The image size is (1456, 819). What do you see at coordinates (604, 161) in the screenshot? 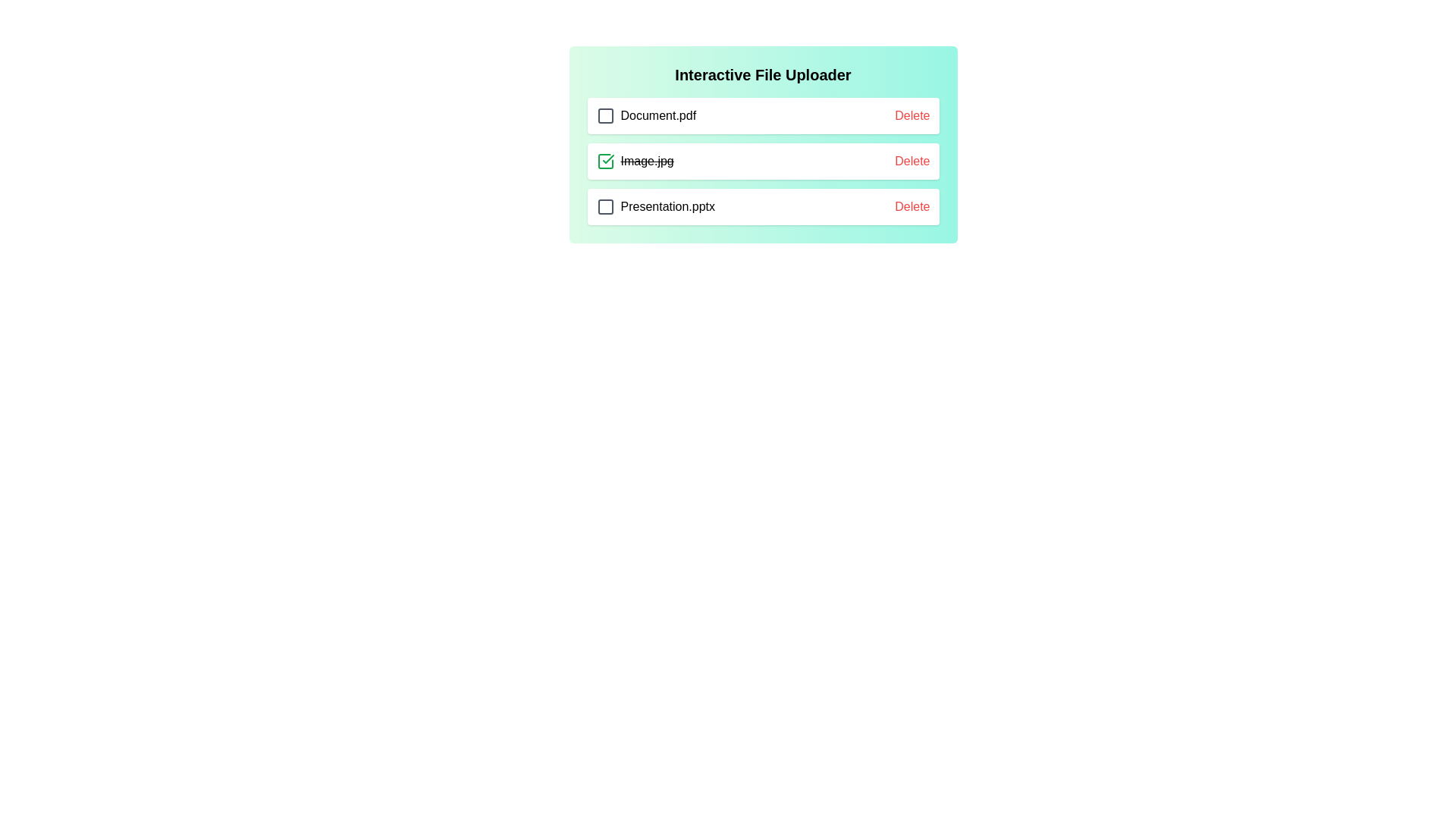
I see `the checkbox for the file Image.jpg` at bounding box center [604, 161].